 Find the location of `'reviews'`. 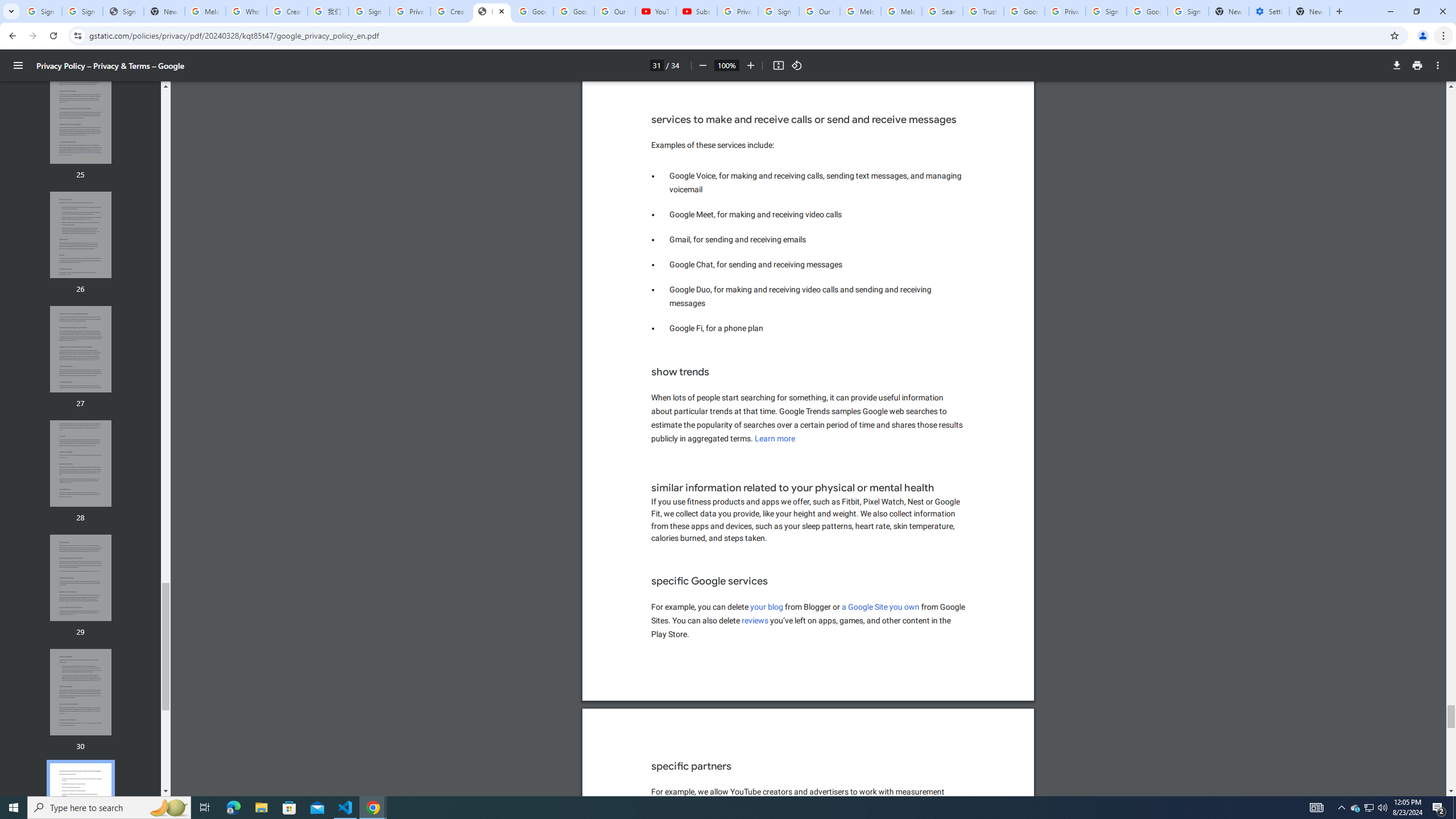

'reviews' is located at coordinates (754, 621).